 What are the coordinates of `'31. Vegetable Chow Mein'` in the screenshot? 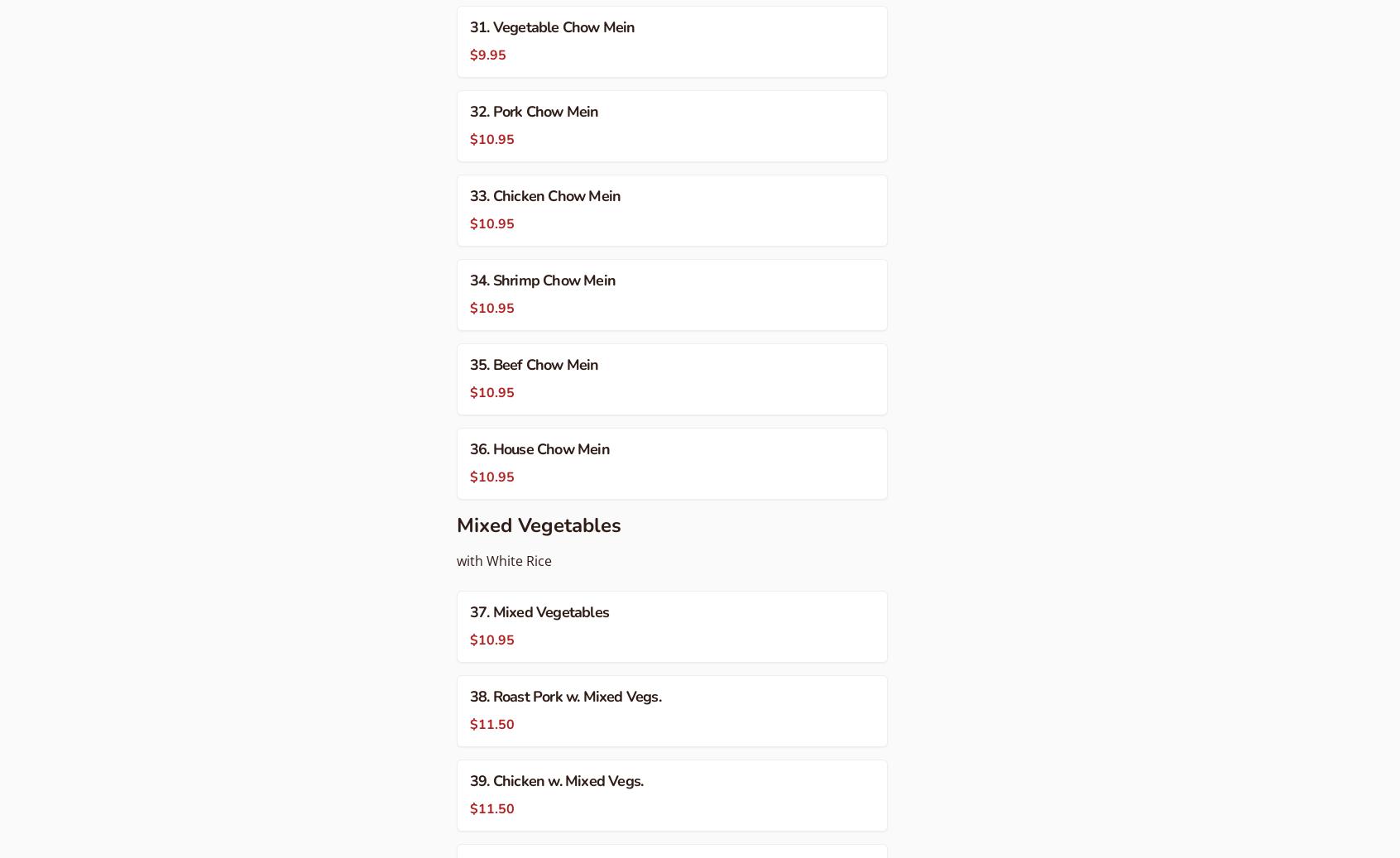 It's located at (469, 26).